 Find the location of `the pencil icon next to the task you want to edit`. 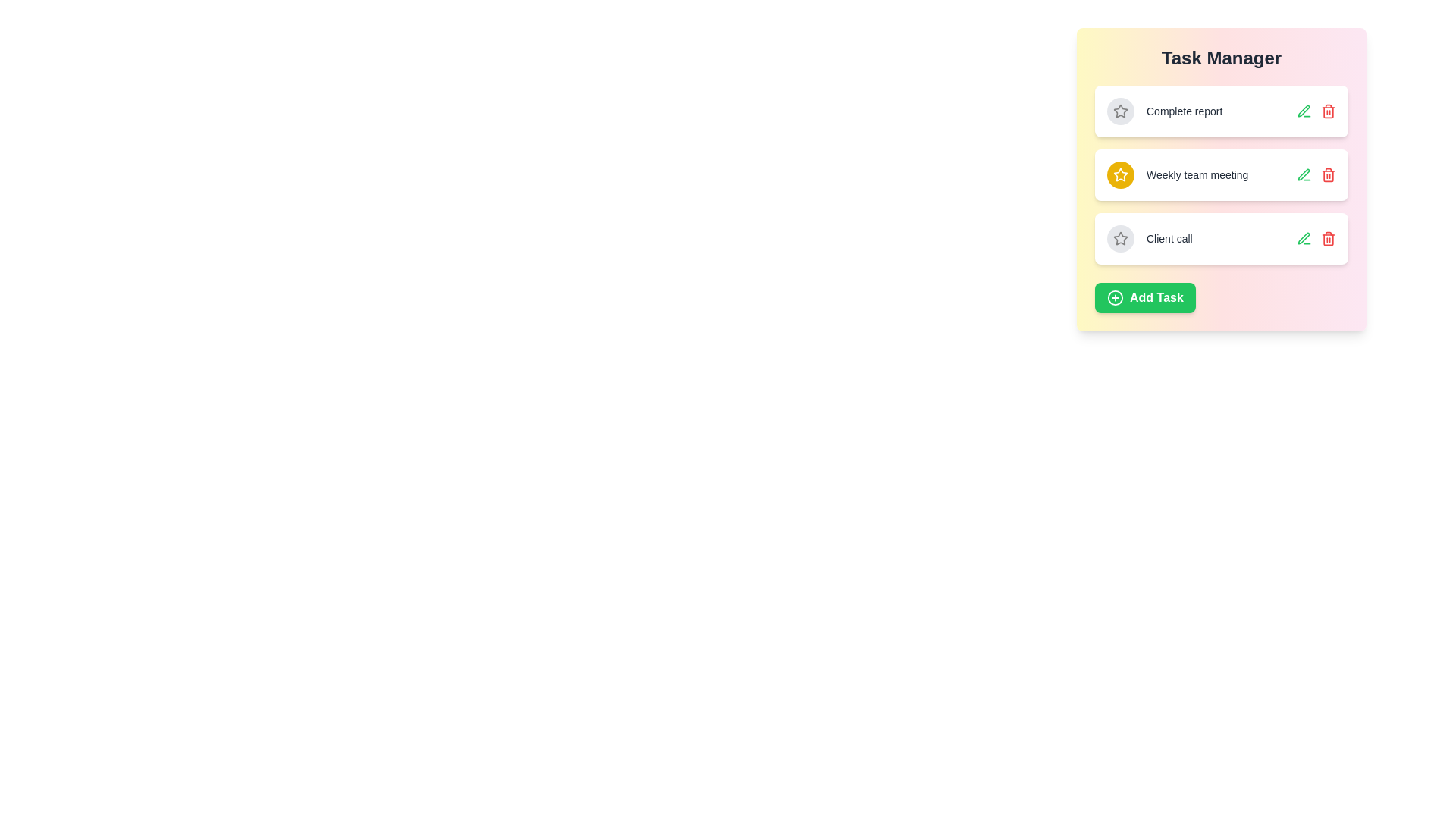

the pencil icon next to the task you want to edit is located at coordinates (1303, 110).